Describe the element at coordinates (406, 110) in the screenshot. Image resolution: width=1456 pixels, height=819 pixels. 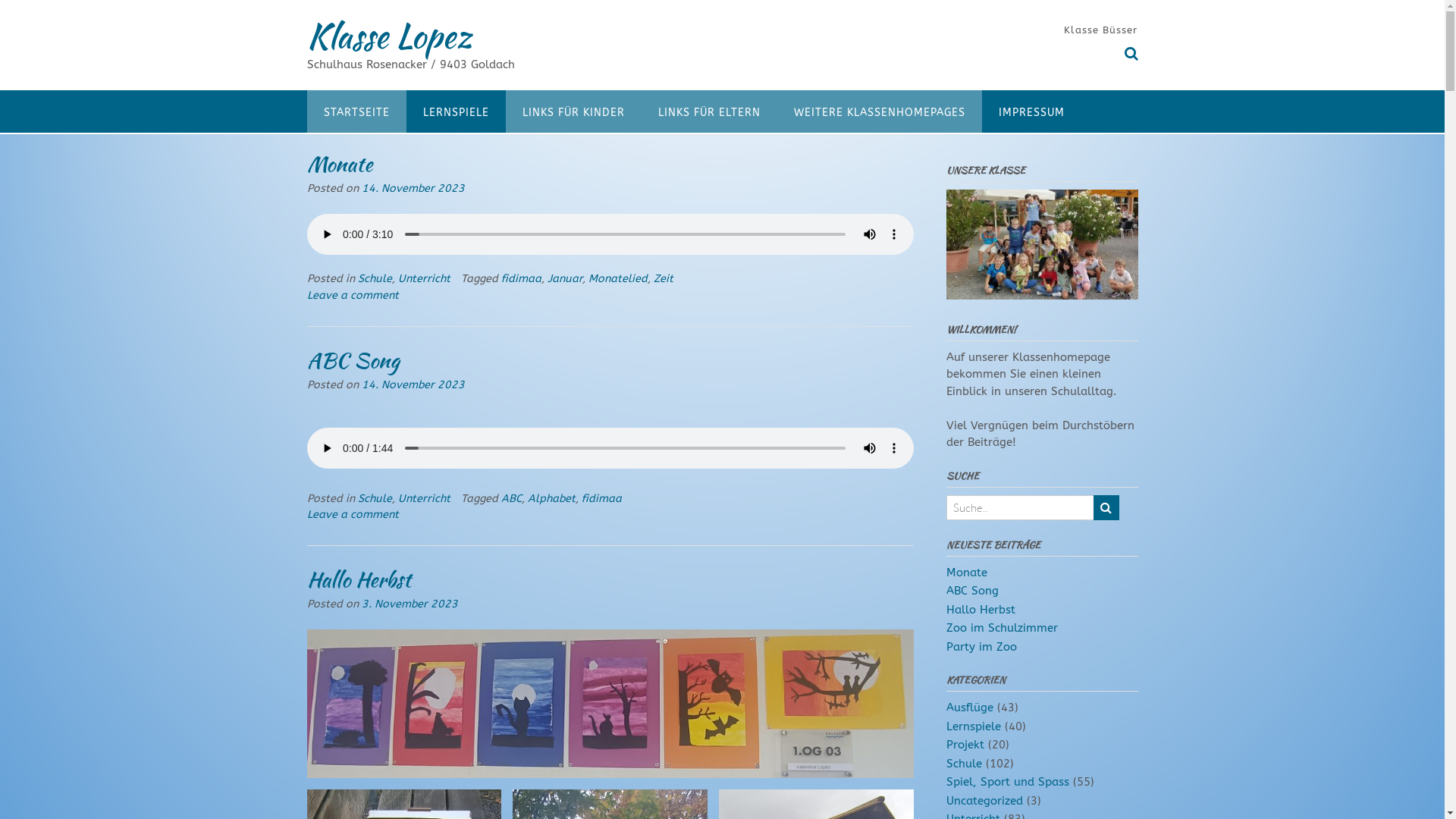
I see `'LERNSPIELE'` at that location.